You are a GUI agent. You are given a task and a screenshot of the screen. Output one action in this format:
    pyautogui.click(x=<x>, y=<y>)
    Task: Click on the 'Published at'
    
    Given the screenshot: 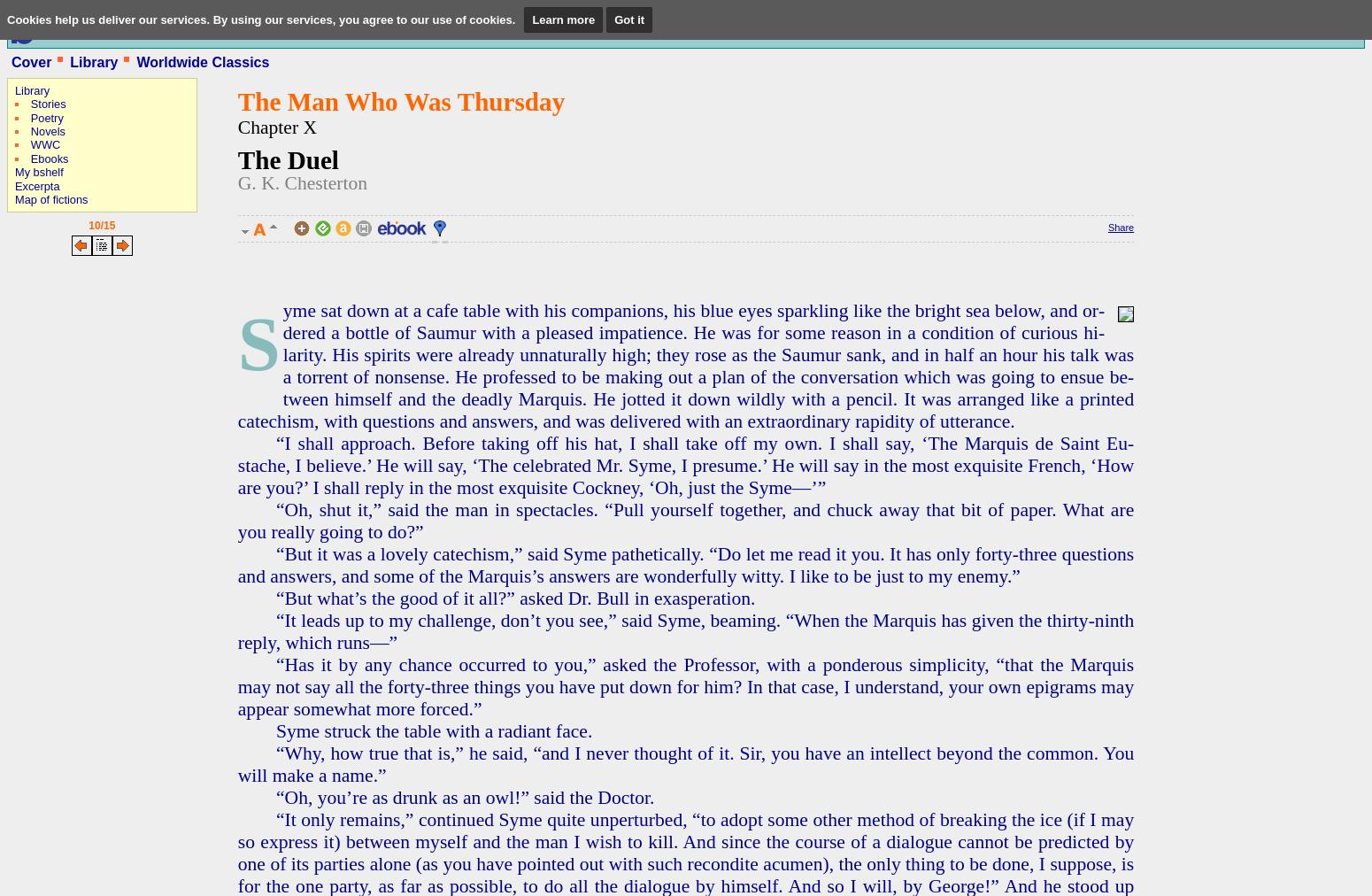 What is the action you would take?
    pyautogui.click(x=48, y=19)
    